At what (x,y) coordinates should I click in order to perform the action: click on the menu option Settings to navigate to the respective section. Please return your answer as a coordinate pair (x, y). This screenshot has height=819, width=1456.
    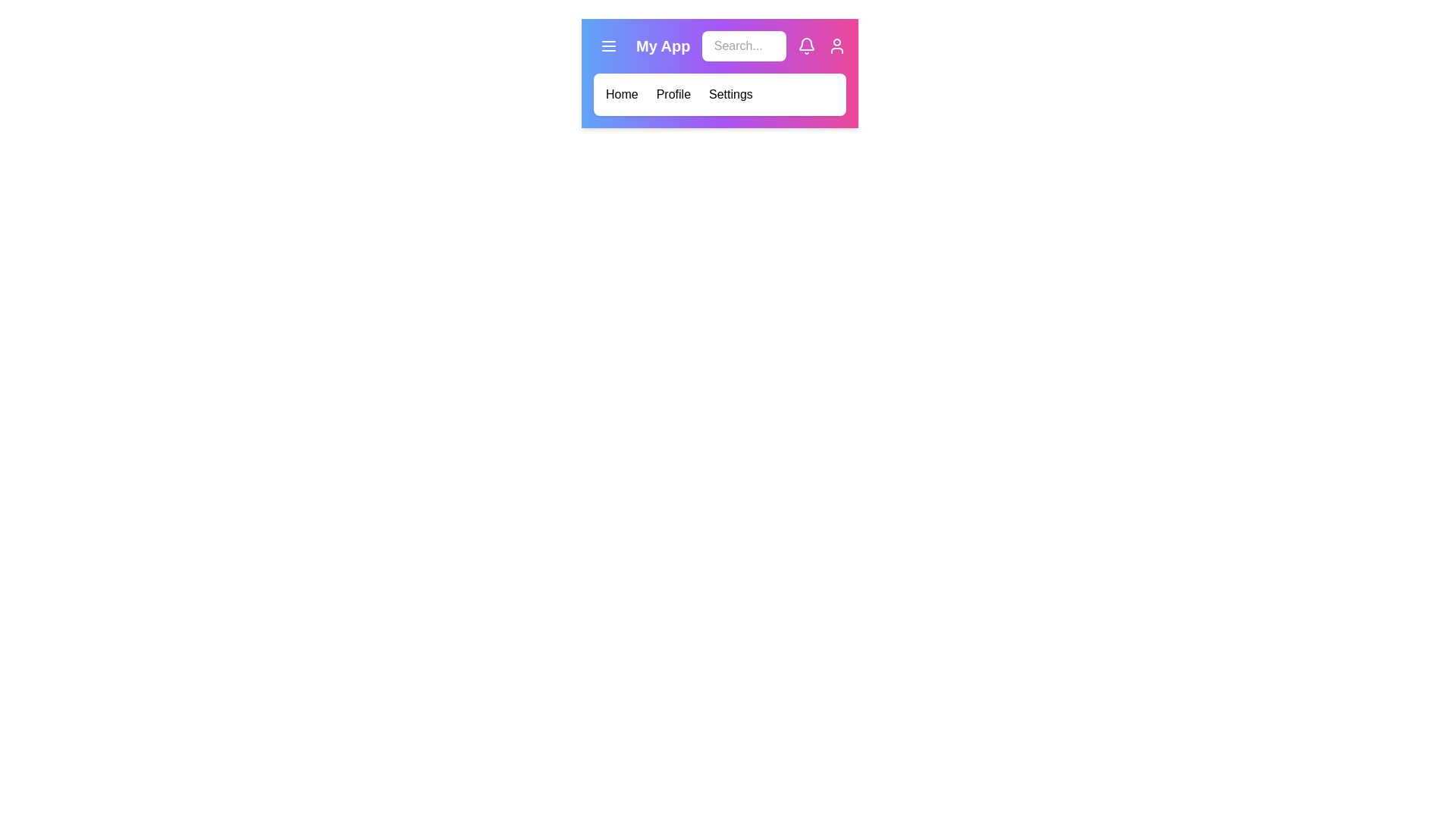
    Looking at the image, I should click on (730, 94).